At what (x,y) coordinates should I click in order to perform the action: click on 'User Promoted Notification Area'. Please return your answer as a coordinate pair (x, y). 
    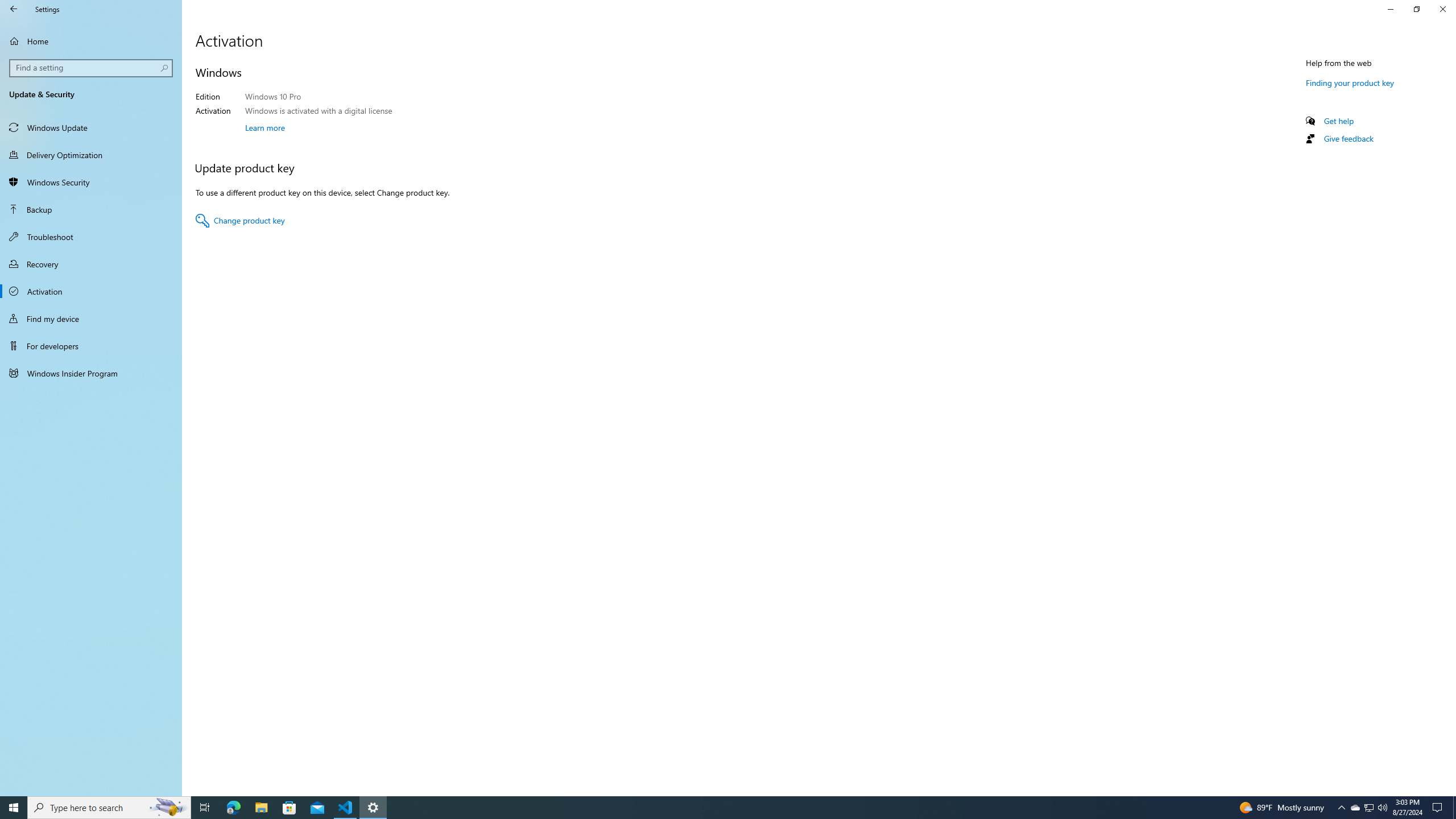
    Looking at the image, I should click on (1368, 806).